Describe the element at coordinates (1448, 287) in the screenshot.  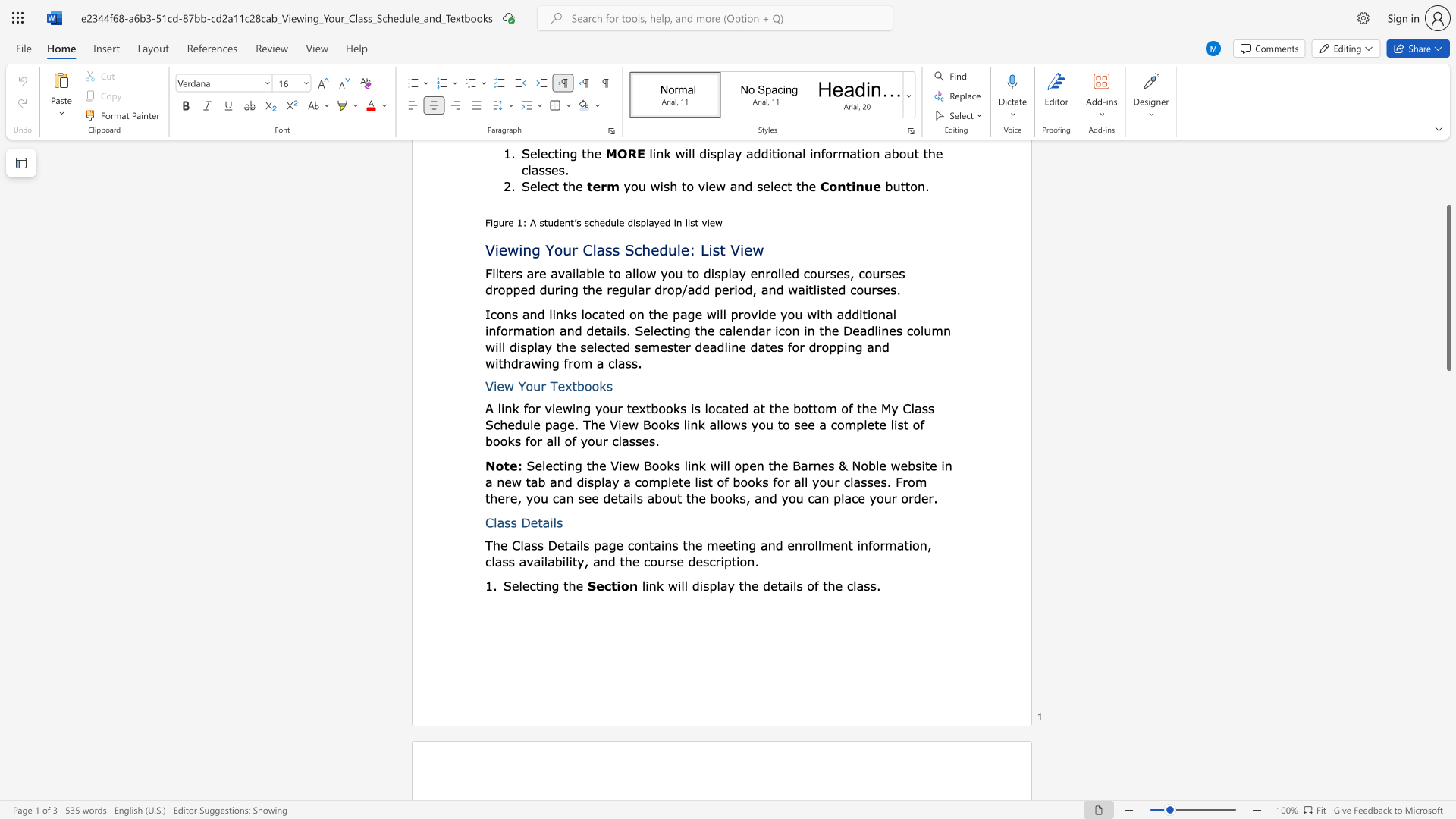
I see `the scrollbar and move down 1790 pixels` at that location.